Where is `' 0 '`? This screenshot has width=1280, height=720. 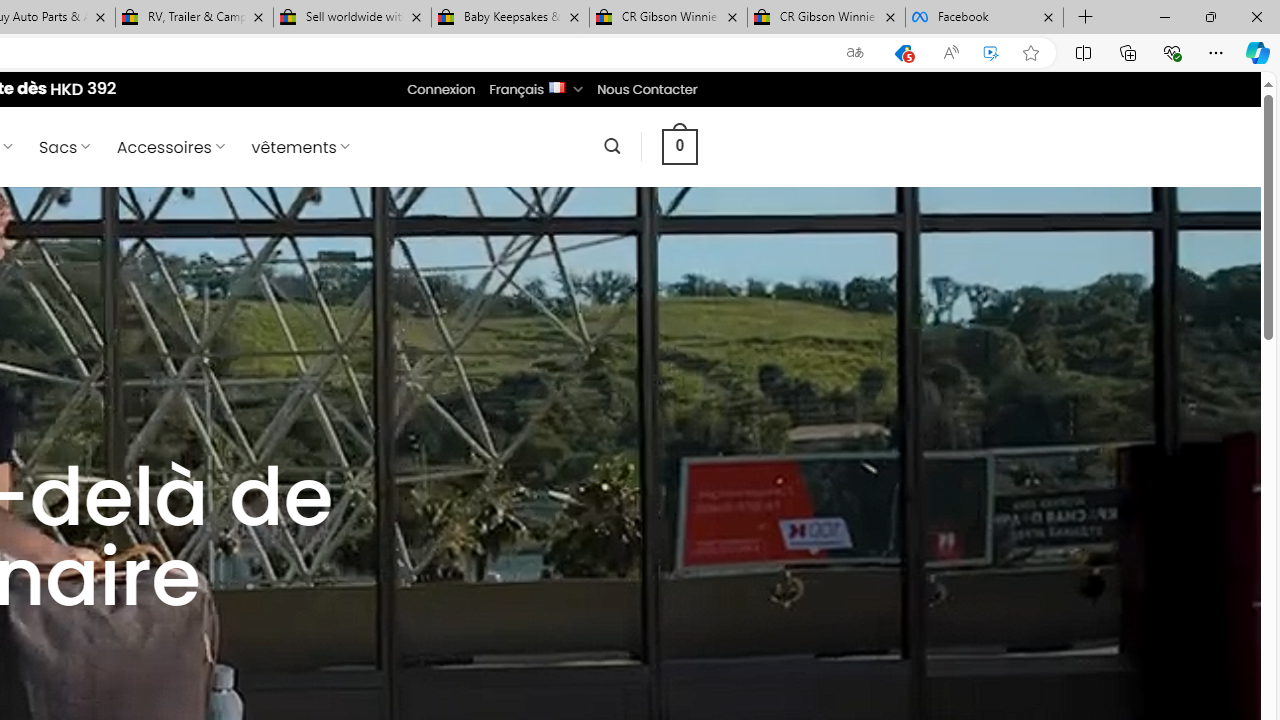 ' 0 ' is located at coordinates (679, 145).